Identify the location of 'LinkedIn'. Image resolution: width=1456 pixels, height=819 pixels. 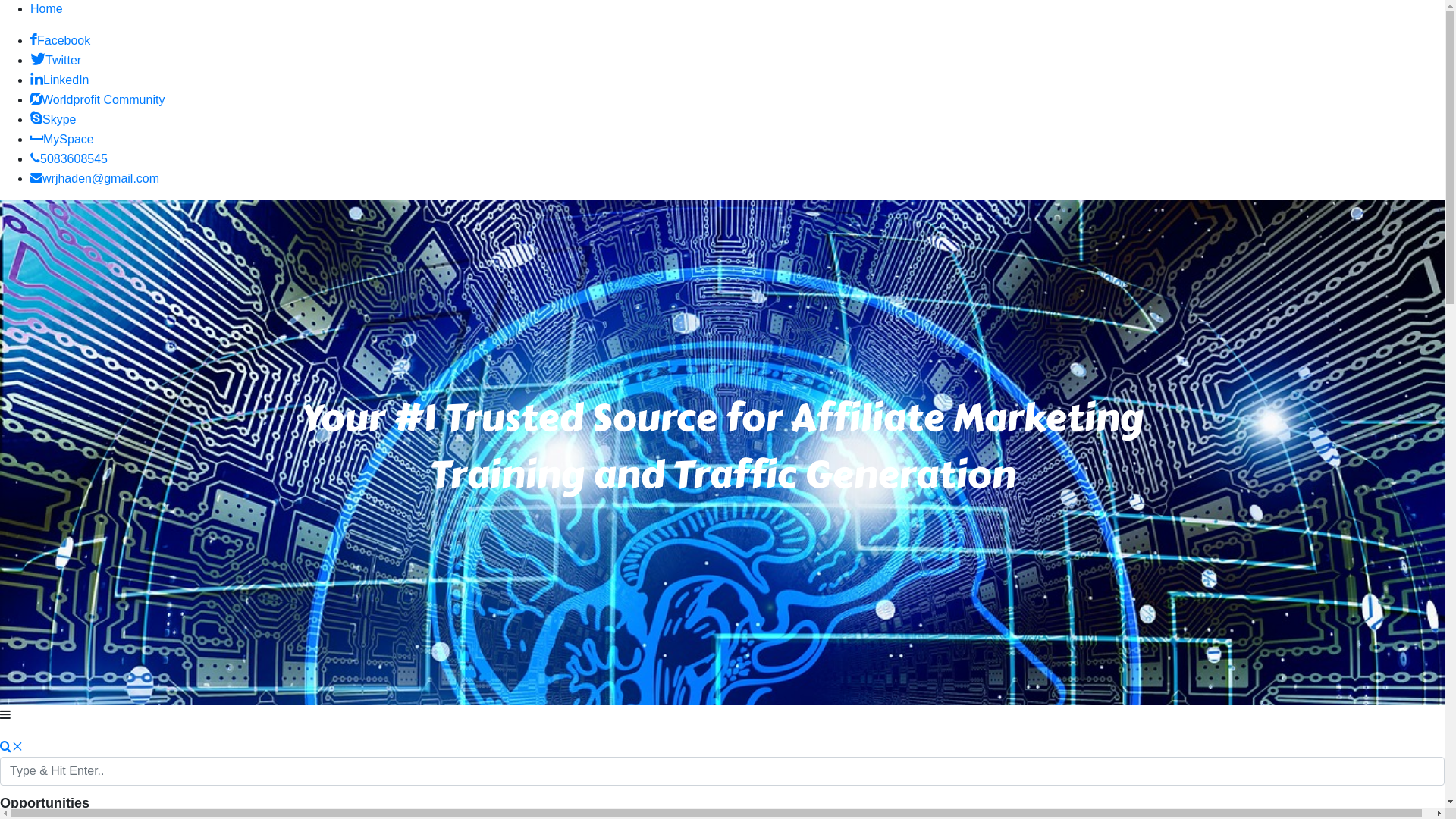
(59, 80).